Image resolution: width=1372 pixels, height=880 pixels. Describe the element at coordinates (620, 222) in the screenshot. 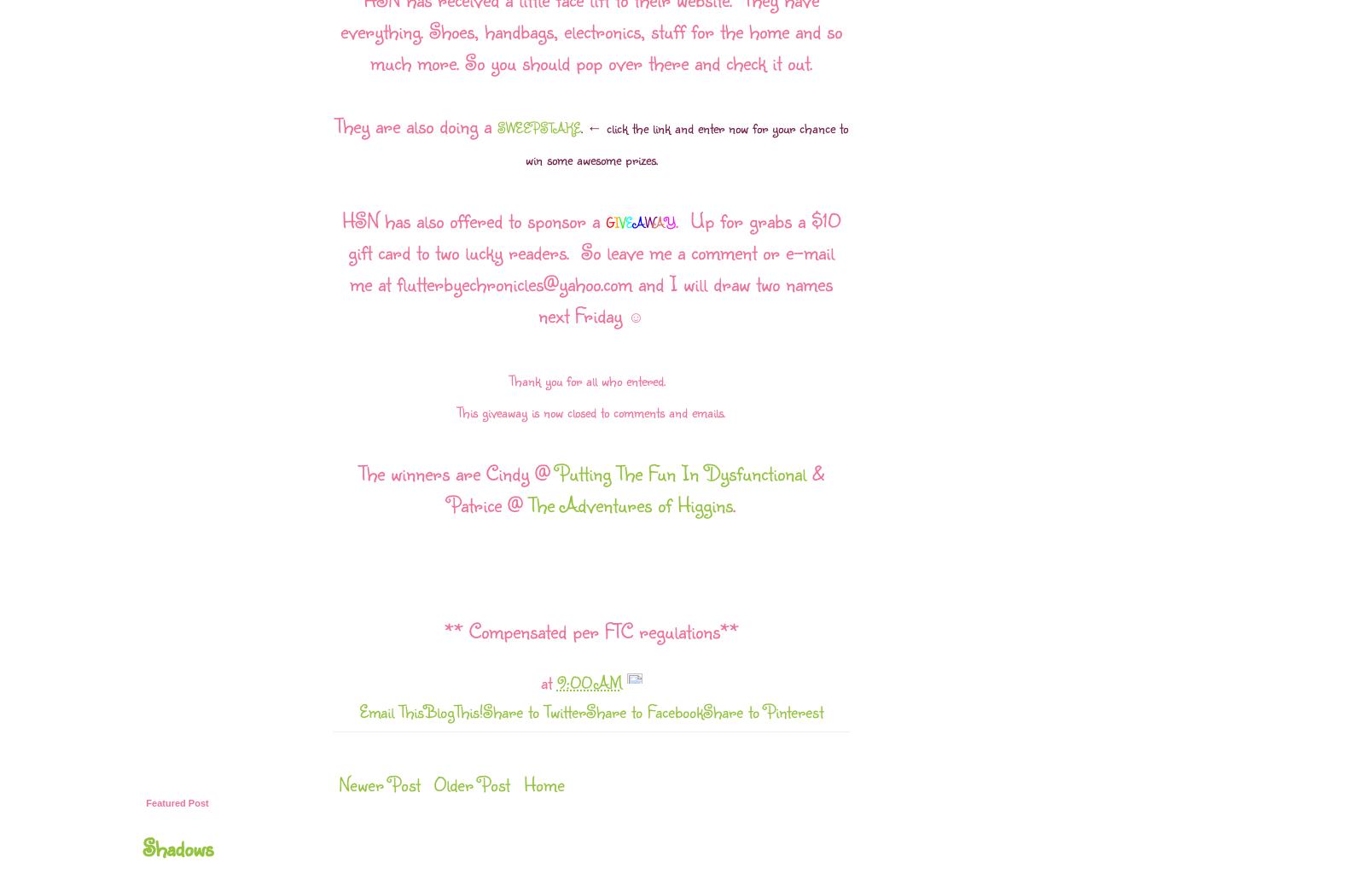

I see `'V'` at that location.